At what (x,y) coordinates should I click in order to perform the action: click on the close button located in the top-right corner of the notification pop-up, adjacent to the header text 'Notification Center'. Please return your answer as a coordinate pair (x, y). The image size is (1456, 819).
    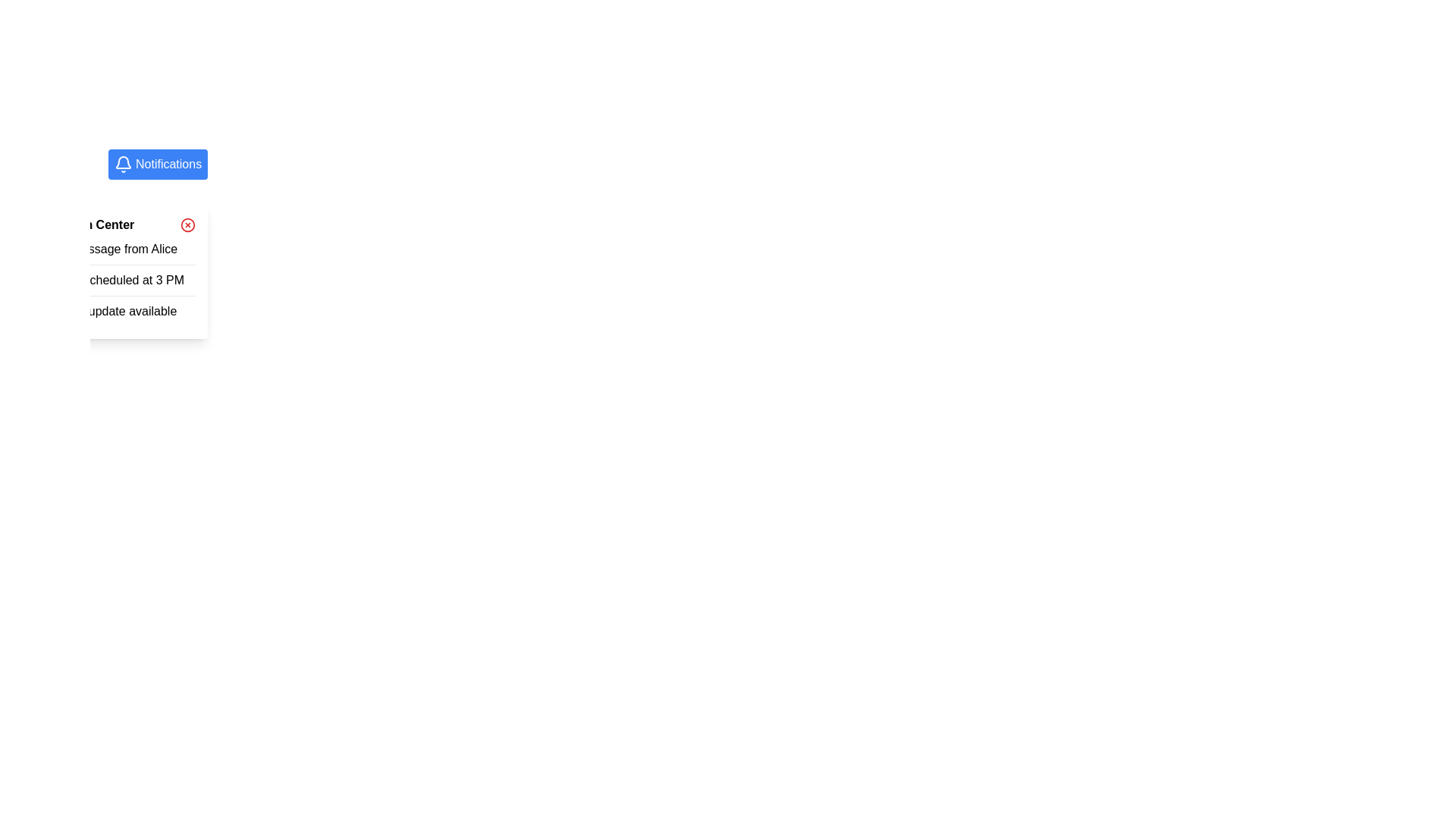
    Looking at the image, I should click on (187, 225).